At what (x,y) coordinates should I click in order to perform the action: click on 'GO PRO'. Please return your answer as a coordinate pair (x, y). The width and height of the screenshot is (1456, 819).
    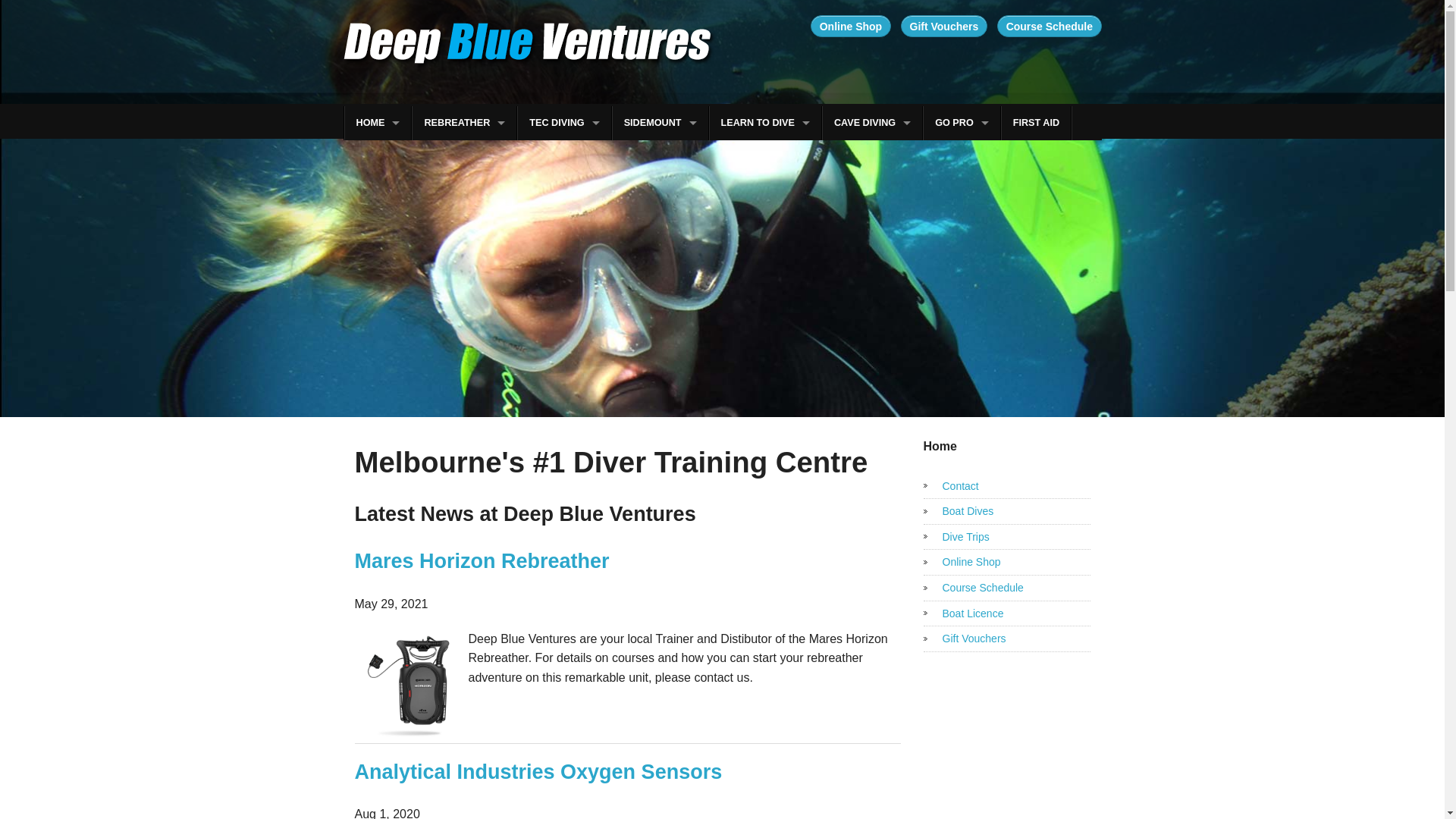
    Looking at the image, I should click on (923, 122).